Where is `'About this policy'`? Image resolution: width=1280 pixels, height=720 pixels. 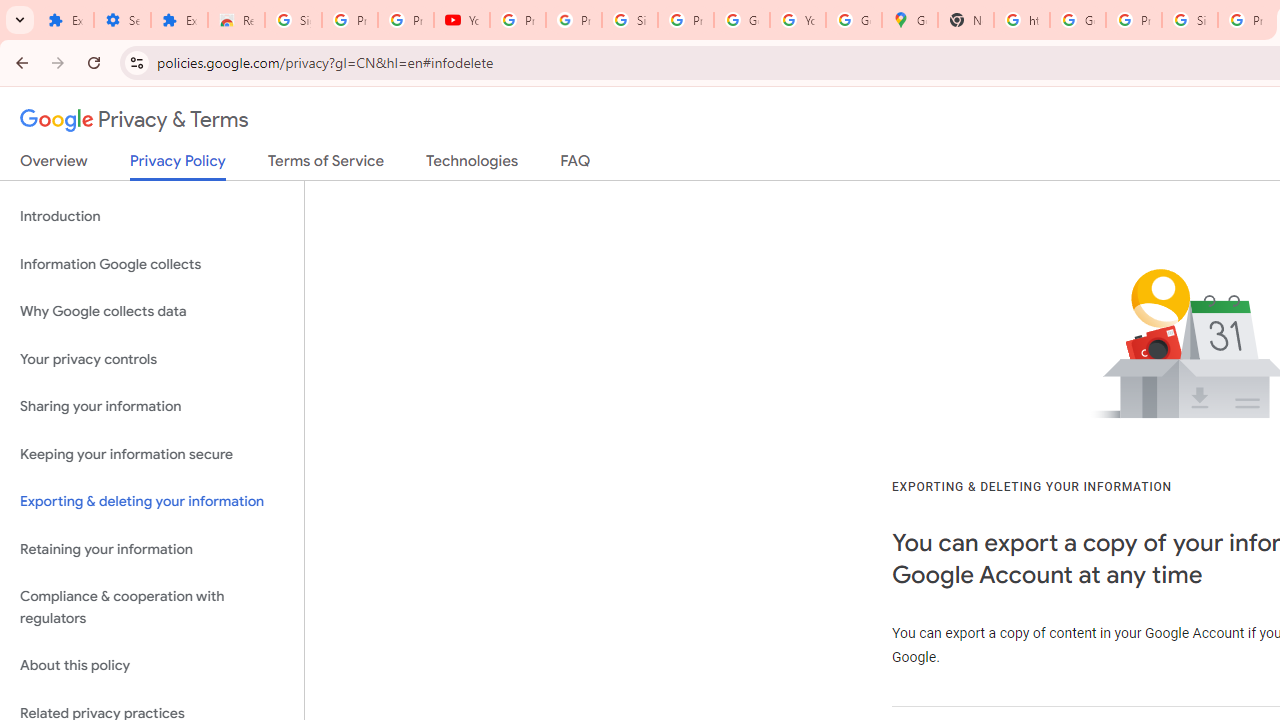 'About this policy' is located at coordinates (151, 666).